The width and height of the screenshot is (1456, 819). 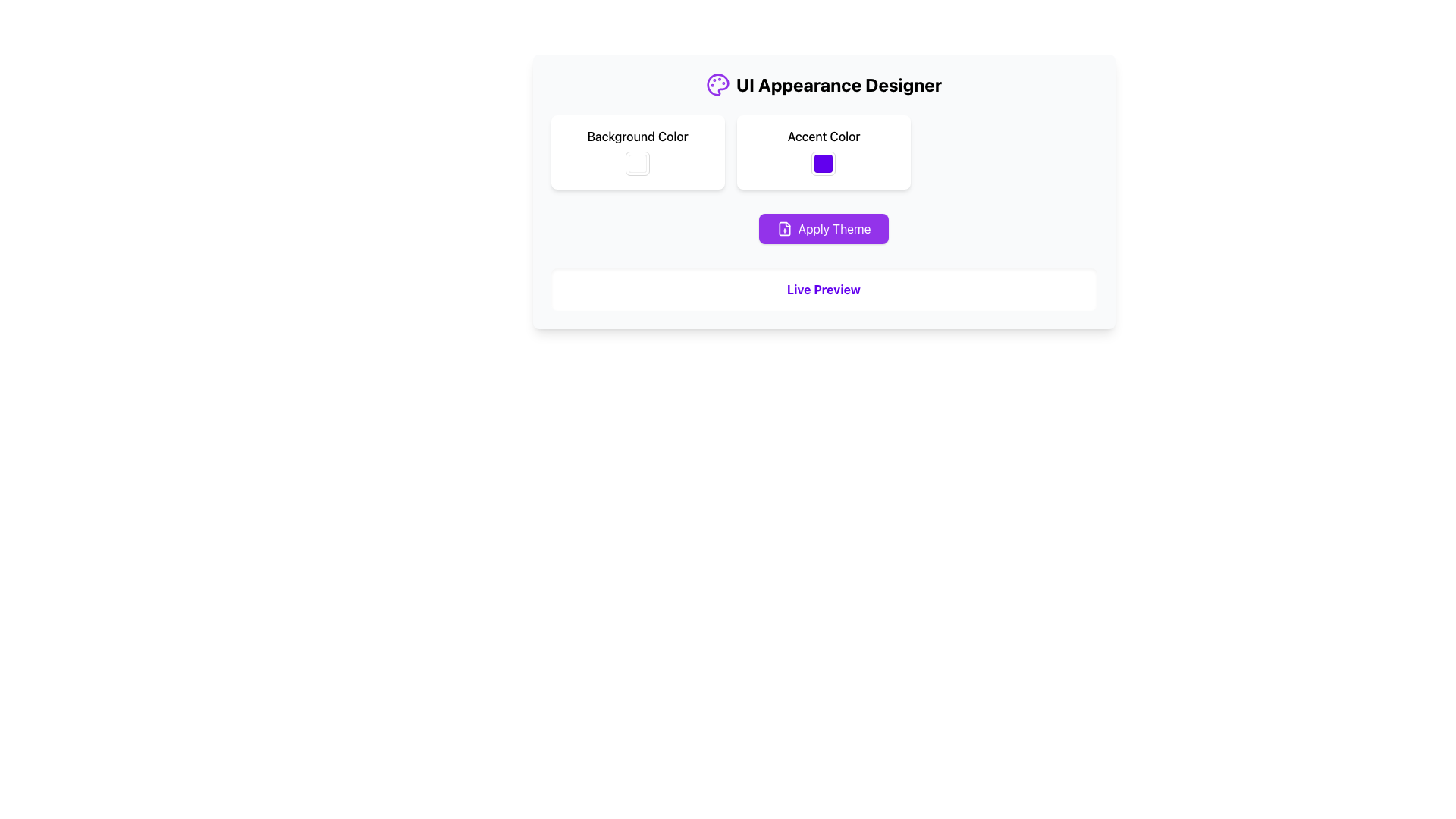 I want to click on the 'Apply Theme' button located in the 'UI Appearance Designer' section, so click(x=823, y=228).